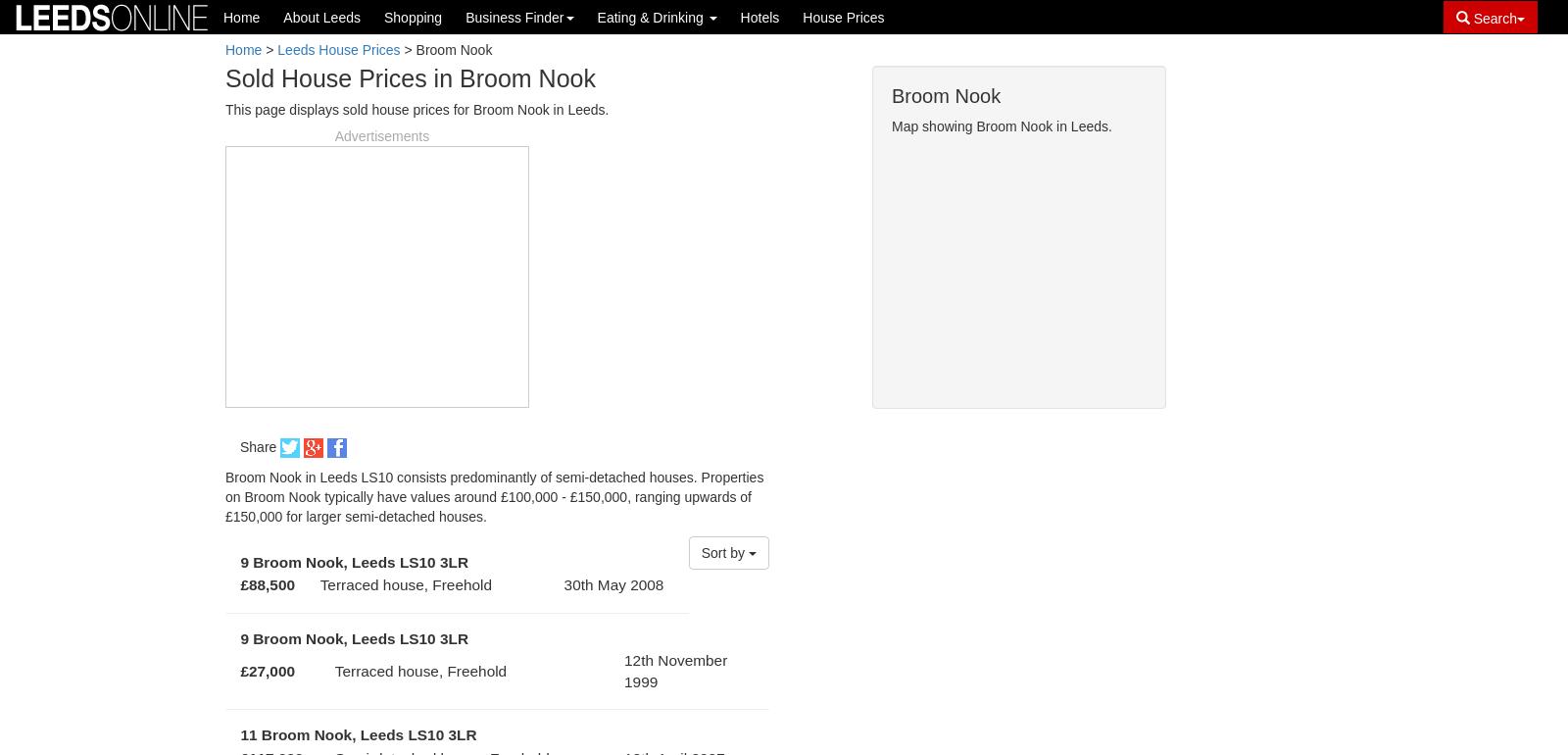  Describe the element at coordinates (381, 134) in the screenshot. I see `'Advertisements'` at that location.